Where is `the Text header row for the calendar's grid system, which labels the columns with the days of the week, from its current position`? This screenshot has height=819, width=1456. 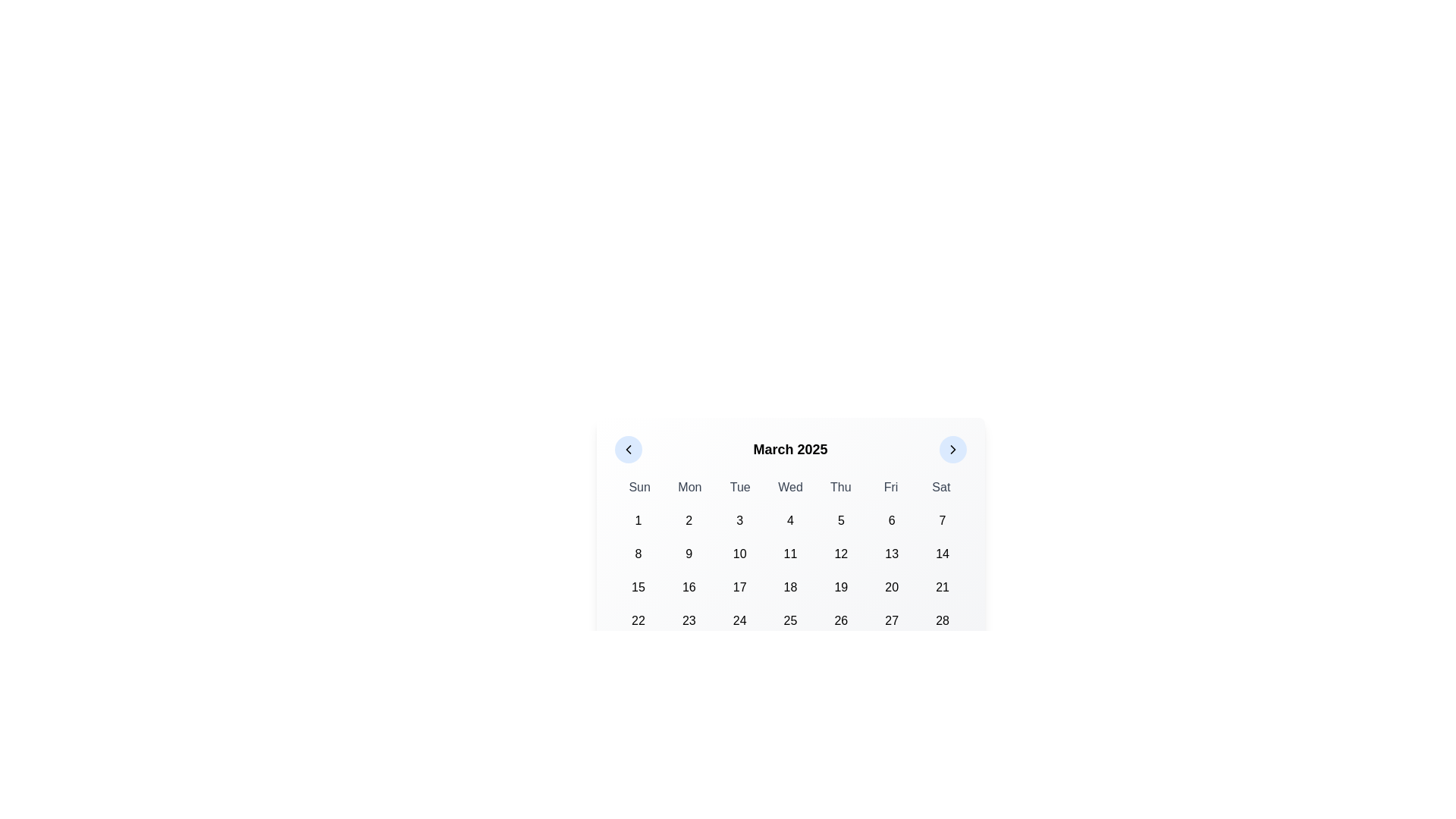 the Text header row for the calendar's grid system, which labels the columns with the days of the week, from its current position is located at coordinates (789, 488).